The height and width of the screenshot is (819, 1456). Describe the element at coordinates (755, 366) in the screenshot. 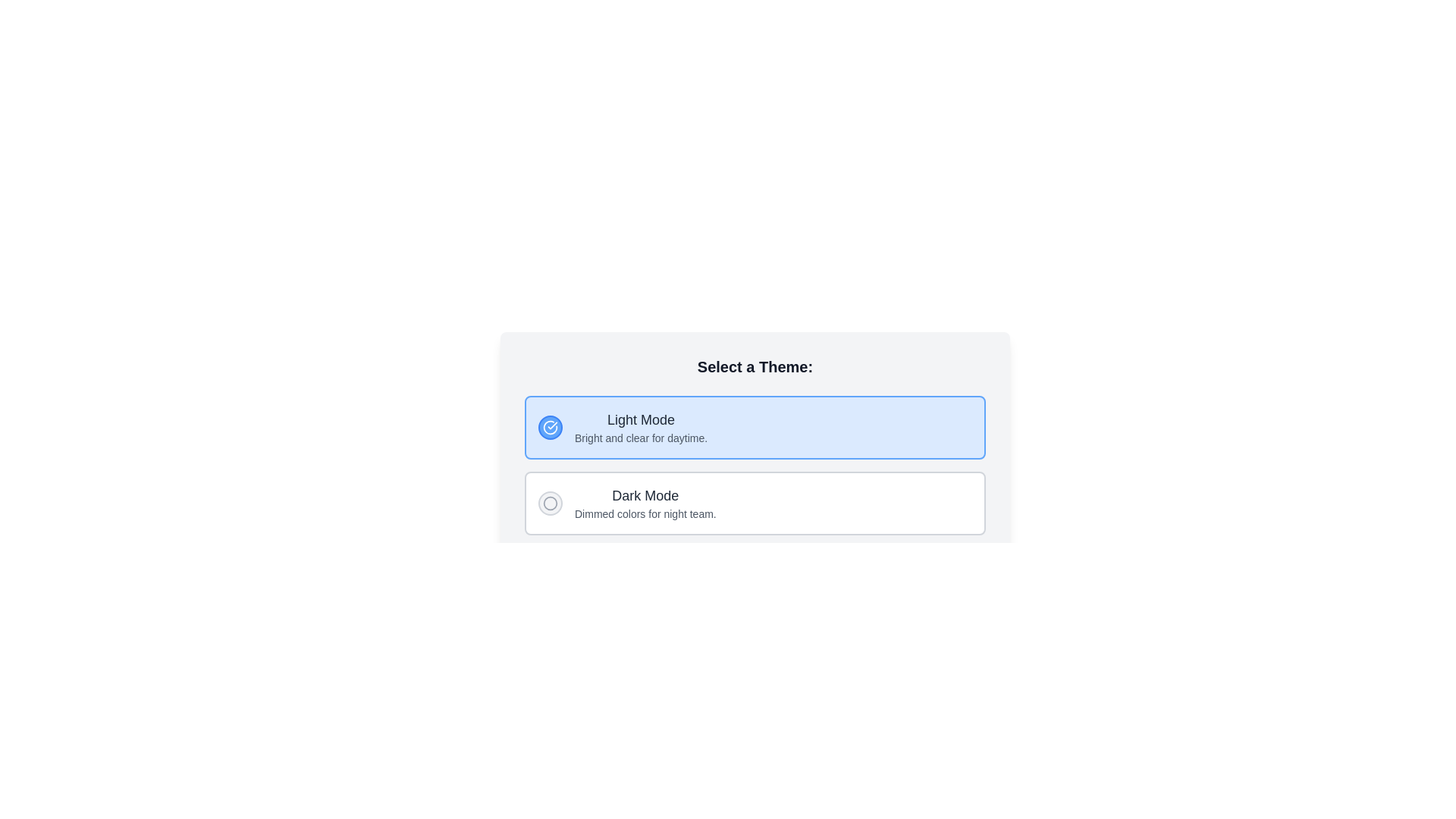

I see `the text header displaying 'Select a Theme:' which is a prominent label at the top of the theme options card` at that location.